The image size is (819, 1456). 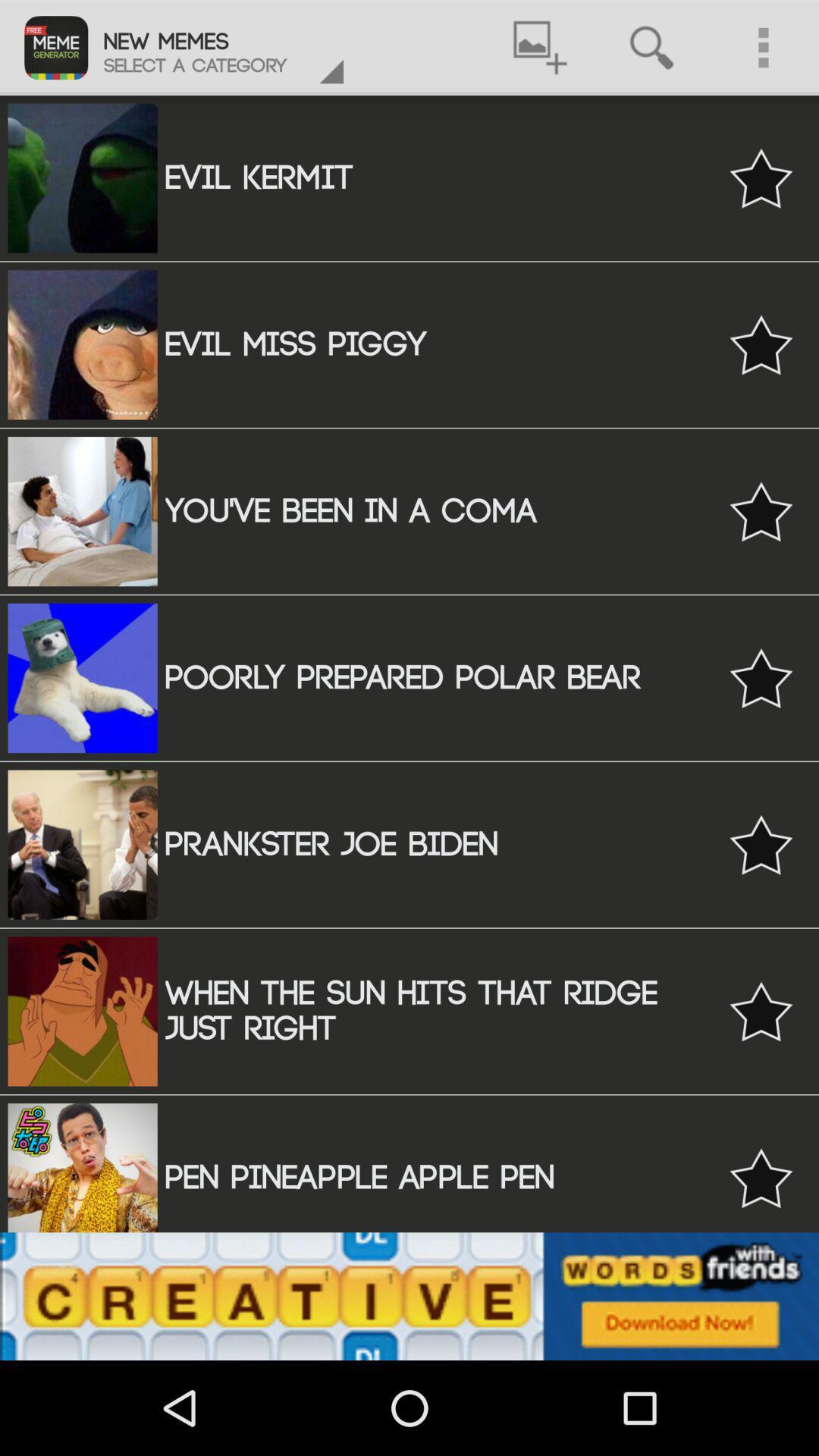 What do you see at coordinates (761, 511) in the screenshot?
I see `memes list like instal option` at bounding box center [761, 511].